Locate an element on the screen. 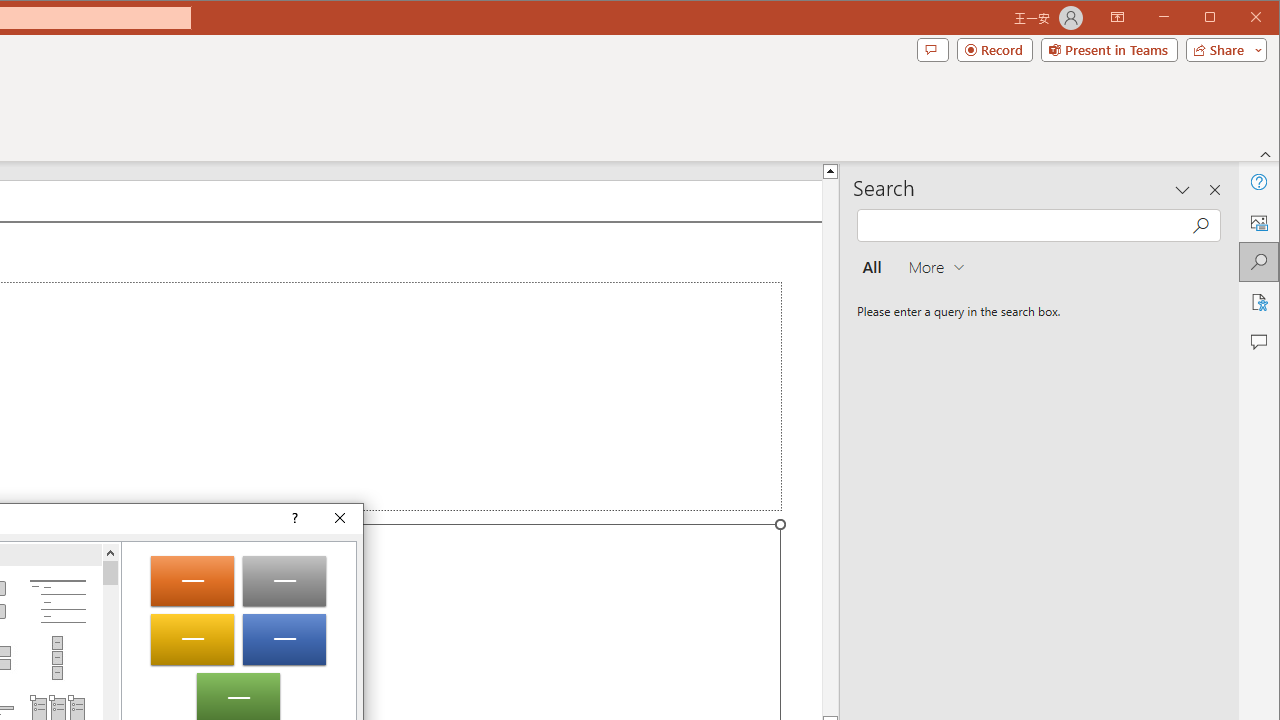  'Context help' is located at coordinates (292, 518).